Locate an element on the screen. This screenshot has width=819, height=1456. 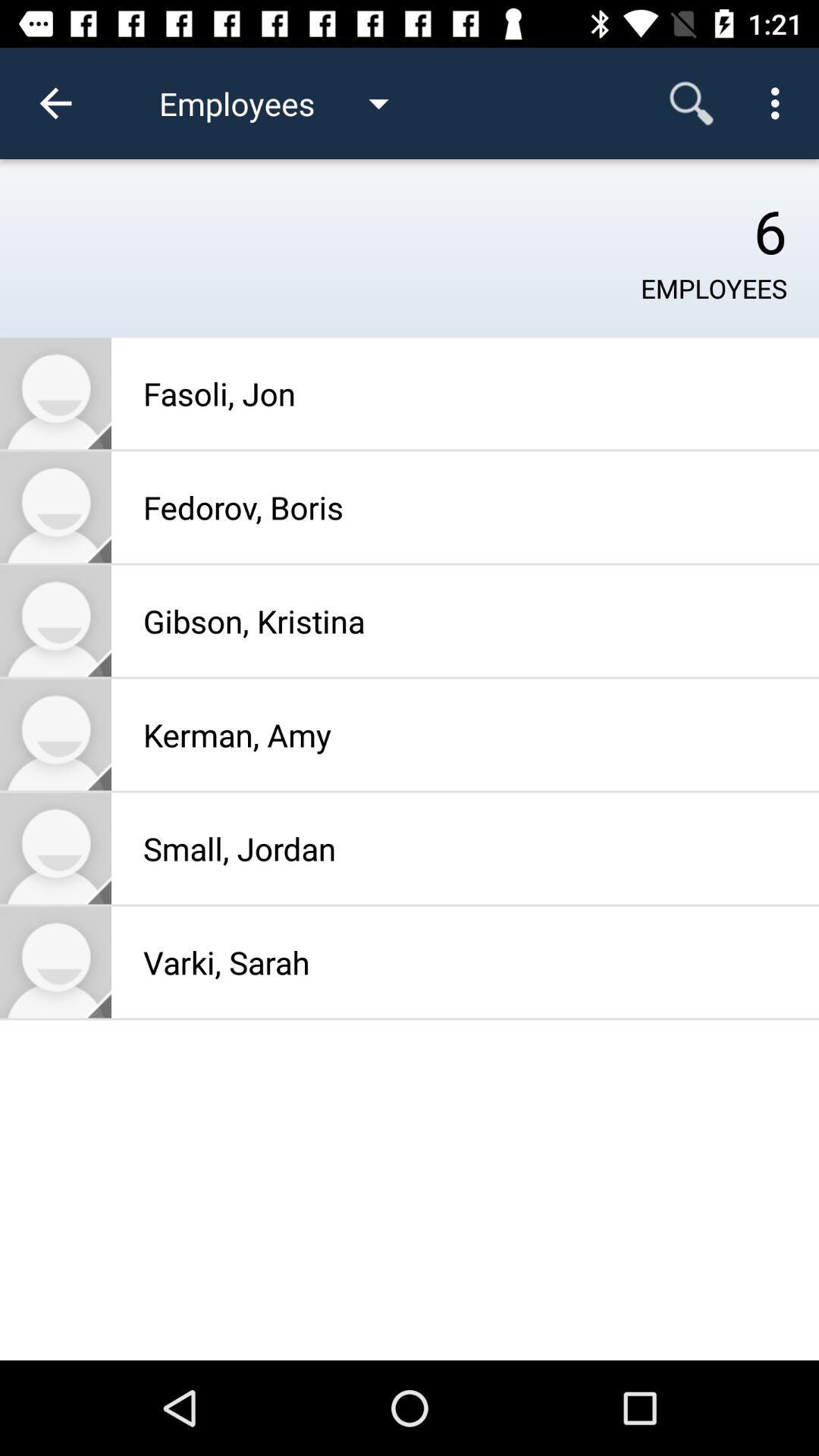
contact information is located at coordinates (55, 961).